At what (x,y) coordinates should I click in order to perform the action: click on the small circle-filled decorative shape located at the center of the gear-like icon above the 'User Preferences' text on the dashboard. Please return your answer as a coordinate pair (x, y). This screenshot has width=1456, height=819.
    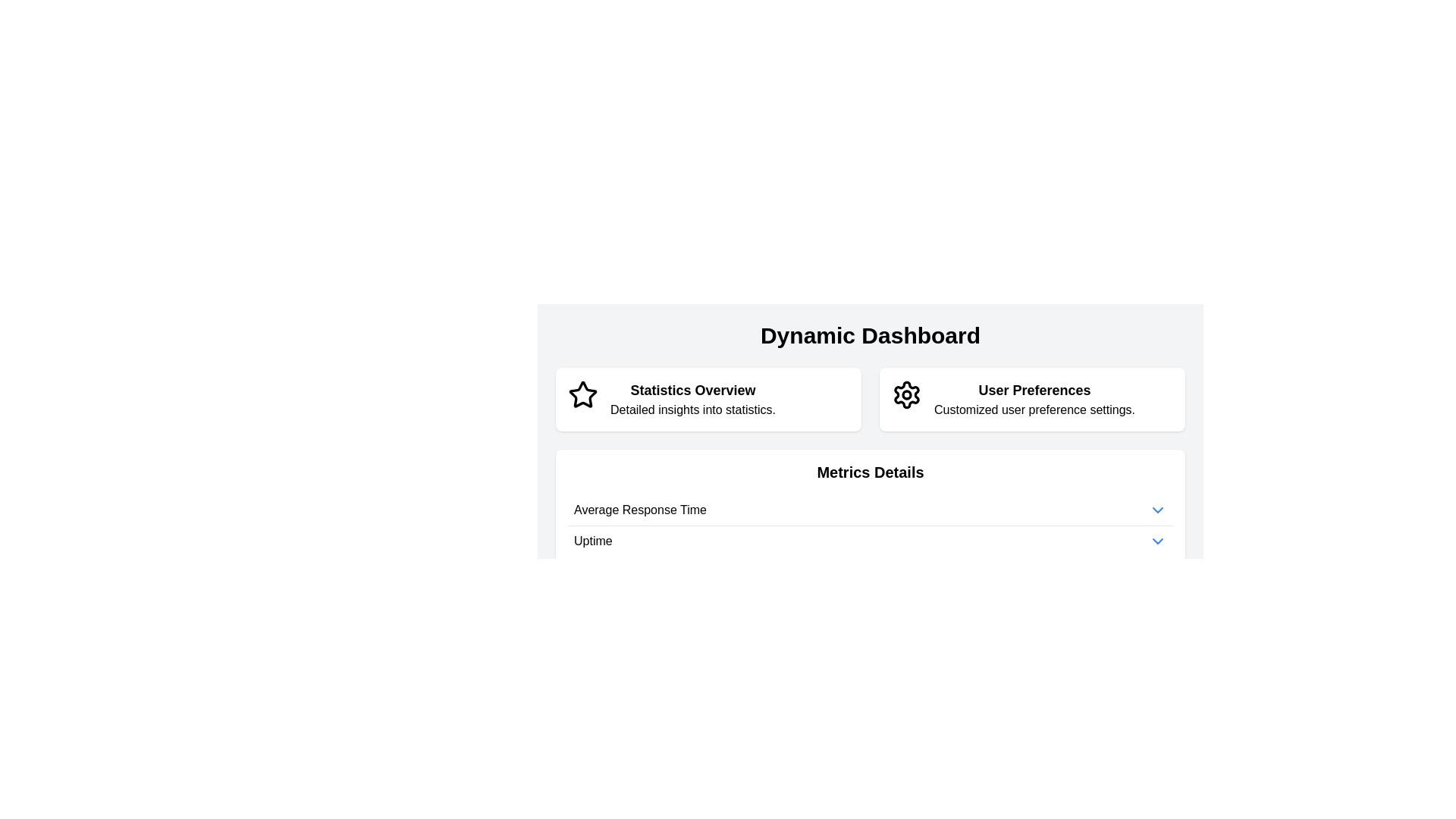
    Looking at the image, I should click on (906, 394).